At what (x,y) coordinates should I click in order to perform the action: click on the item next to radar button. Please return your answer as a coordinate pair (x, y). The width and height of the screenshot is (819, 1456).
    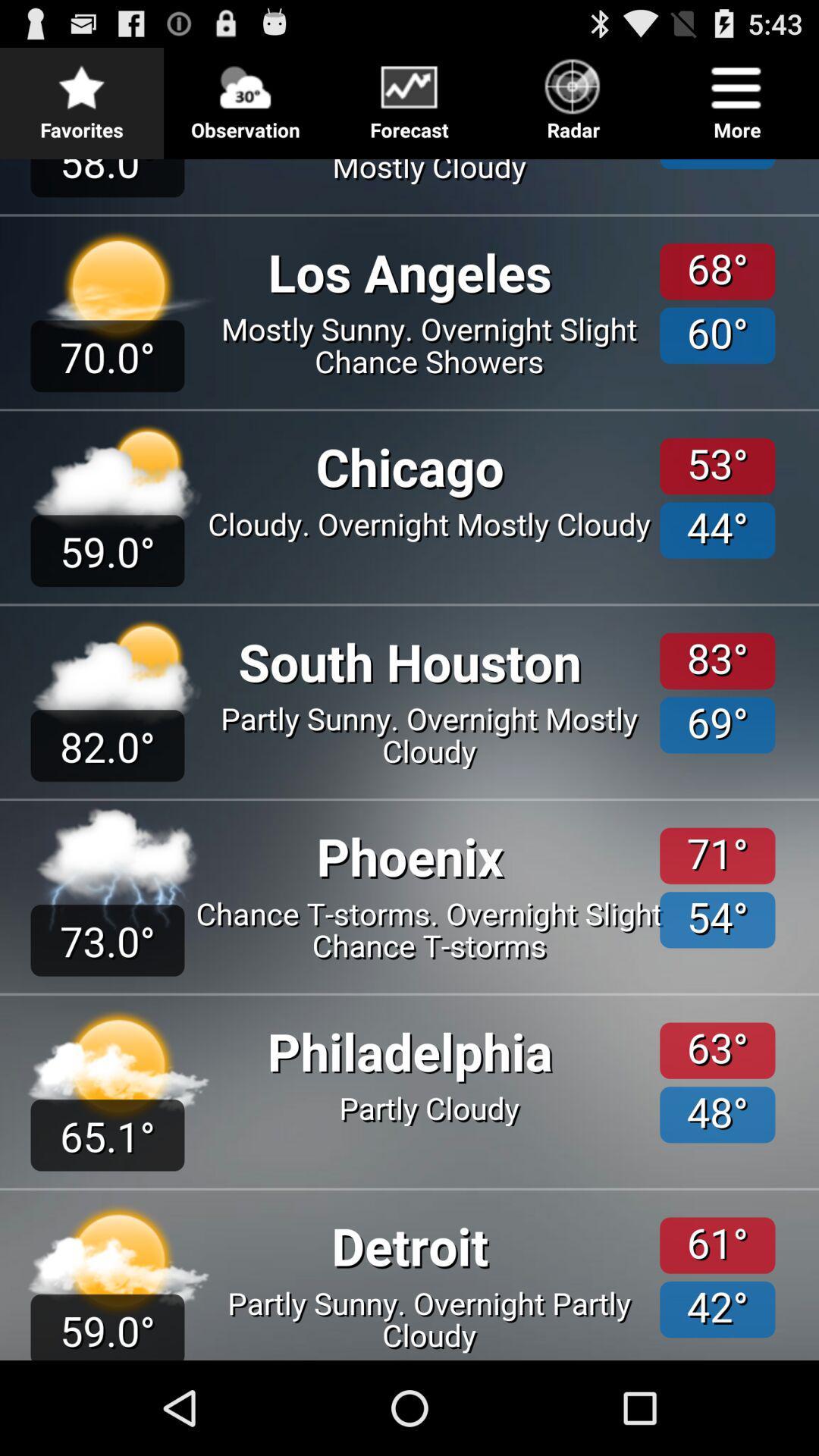
    Looking at the image, I should click on (736, 94).